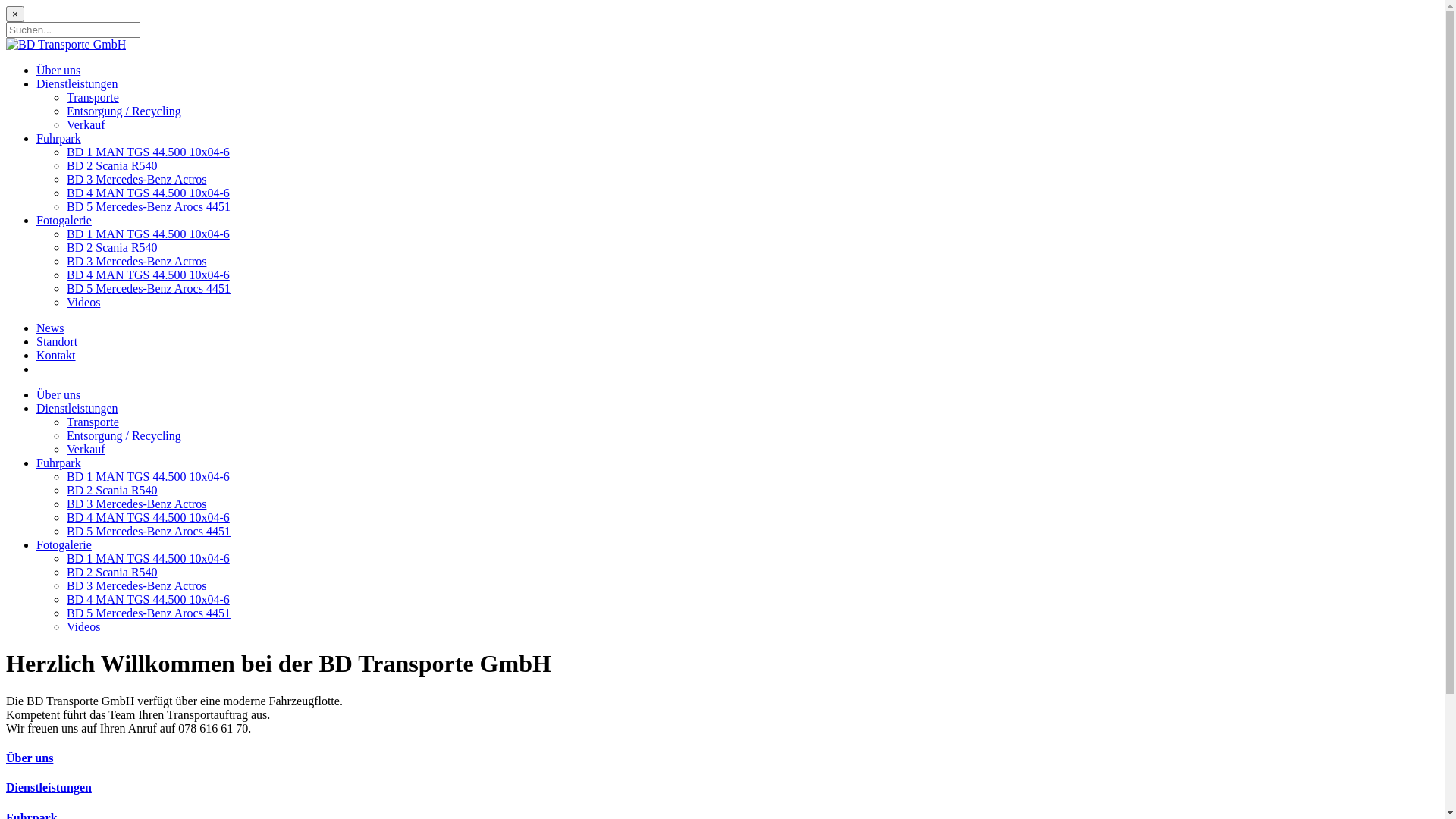  Describe the element at coordinates (65, 124) in the screenshot. I see `'Verkauf'` at that location.